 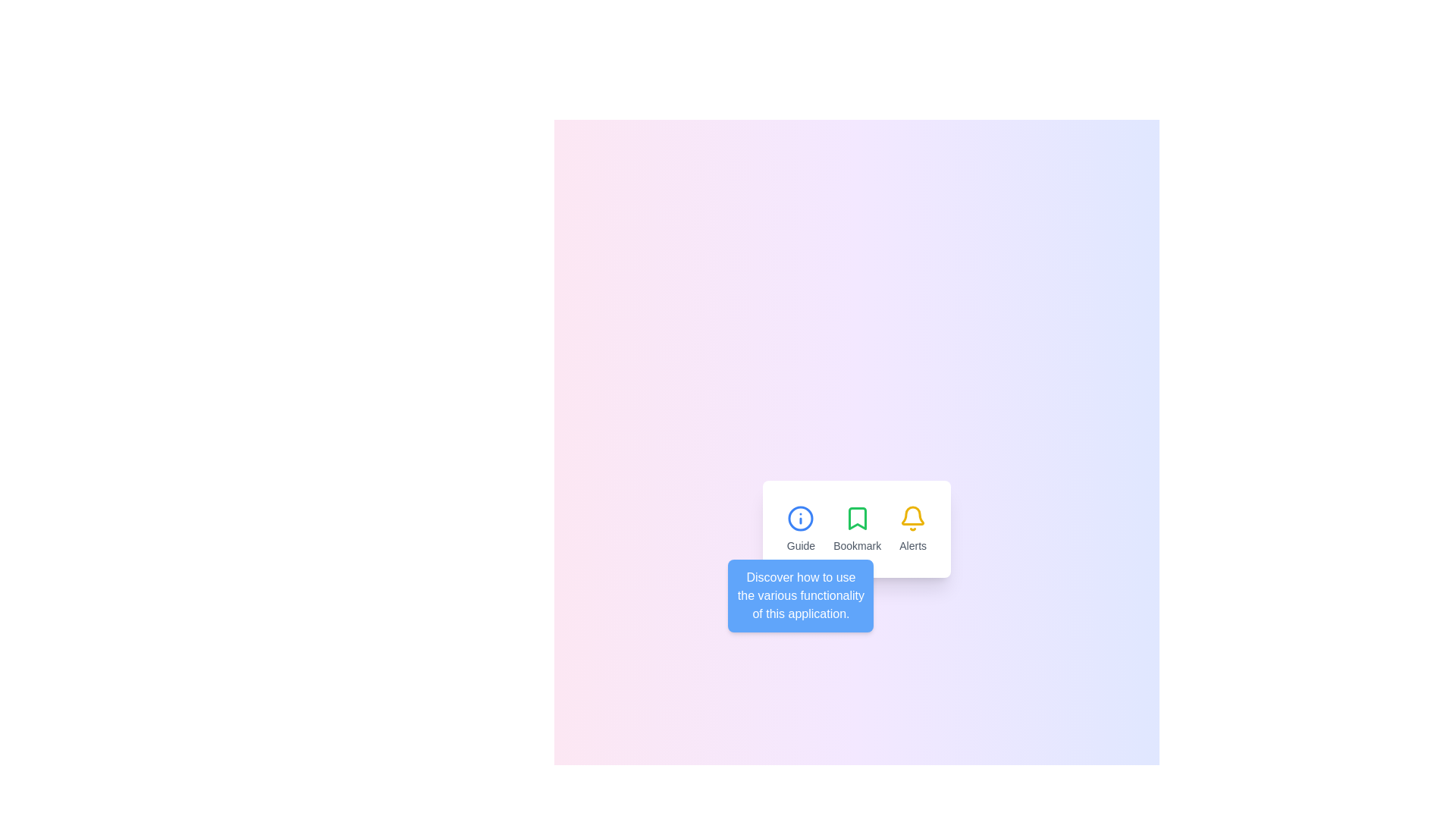 What do you see at coordinates (857, 517) in the screenshot?
I see `the bookmarks icon located in the horizontal navigation menu, positioned between the 'Guide' icon and the 'Alerts' icon` at bounding box center [857, 517].